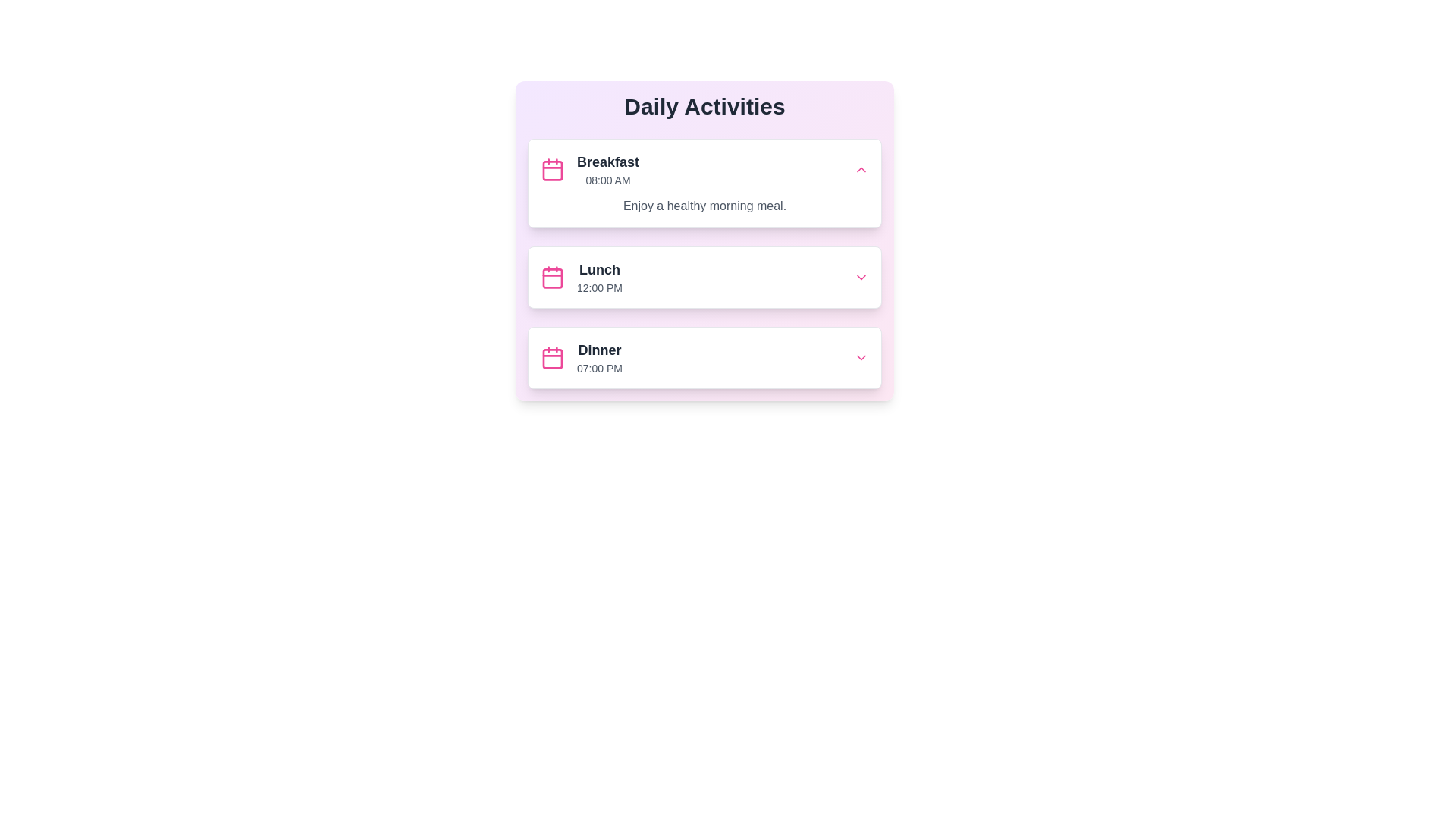 This screenshot has width=1456, height=819. What do you see at coordinates (599, 268) in the screenshot?
I see `the text label titled 'Lunch' in the second card of the 'Daily Activities' list` at bounding box center [599, 268].